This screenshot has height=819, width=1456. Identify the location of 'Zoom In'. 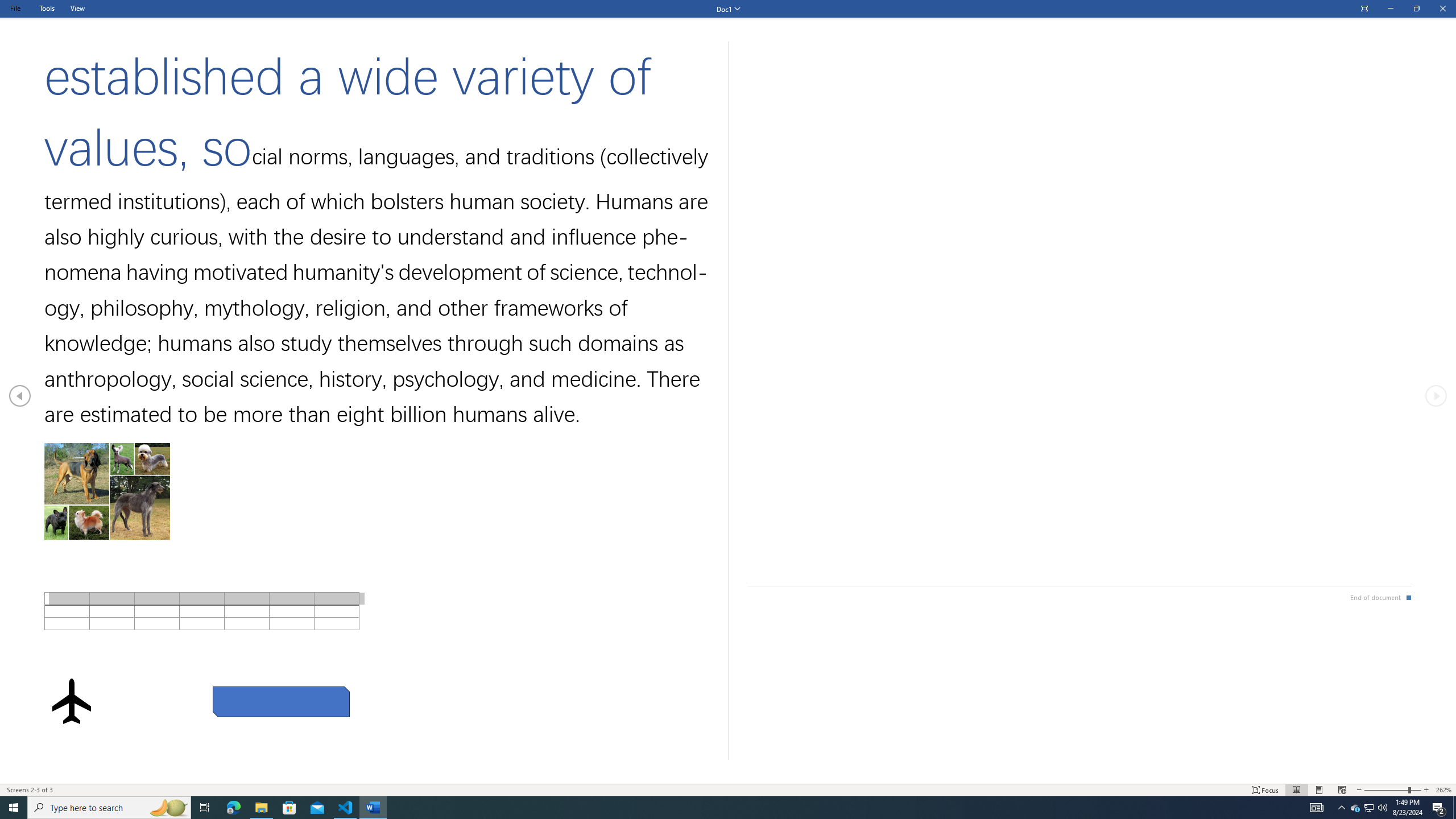
(1415, 790).